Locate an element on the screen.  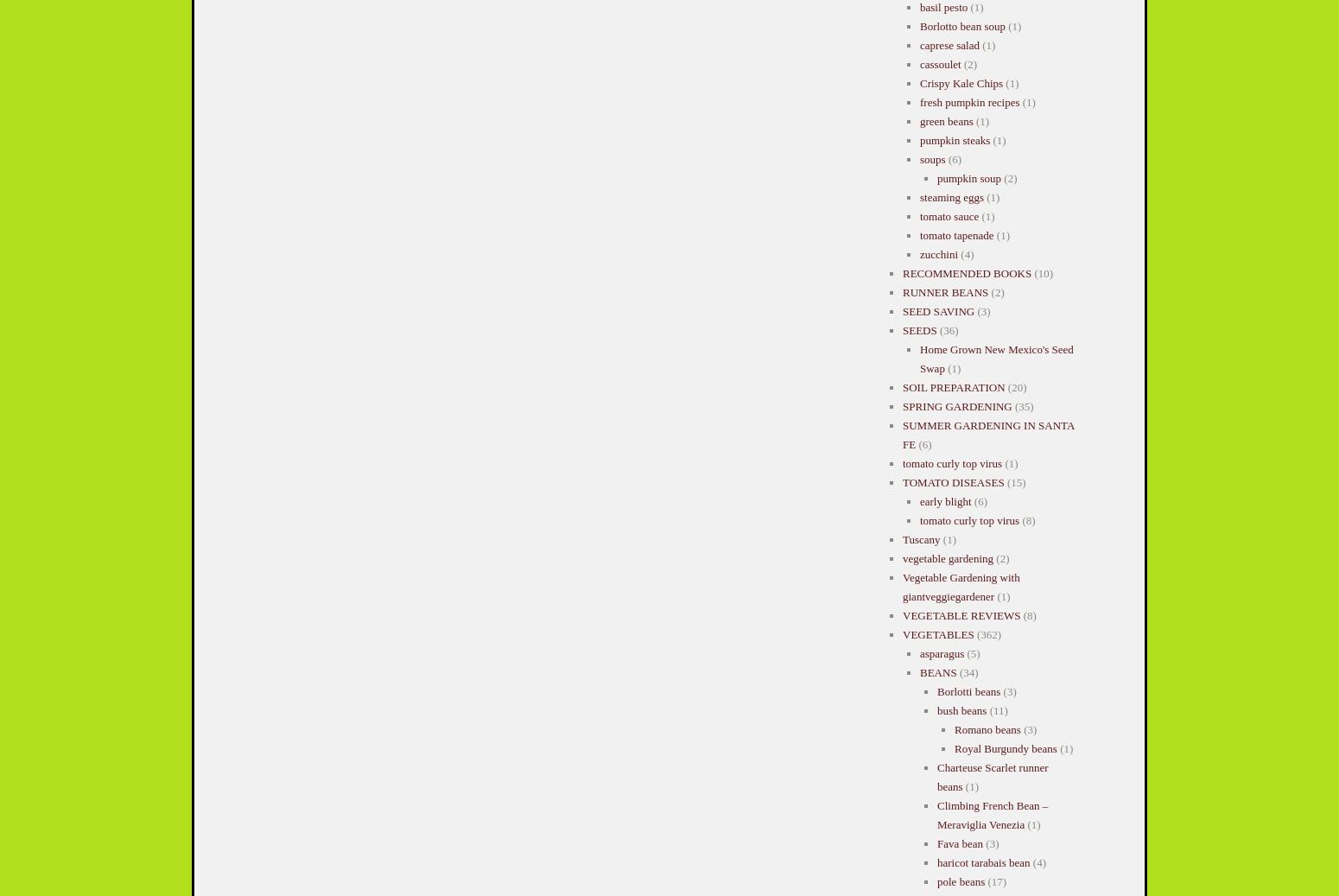
'caprese salad' is located at coordinates (948, 44).